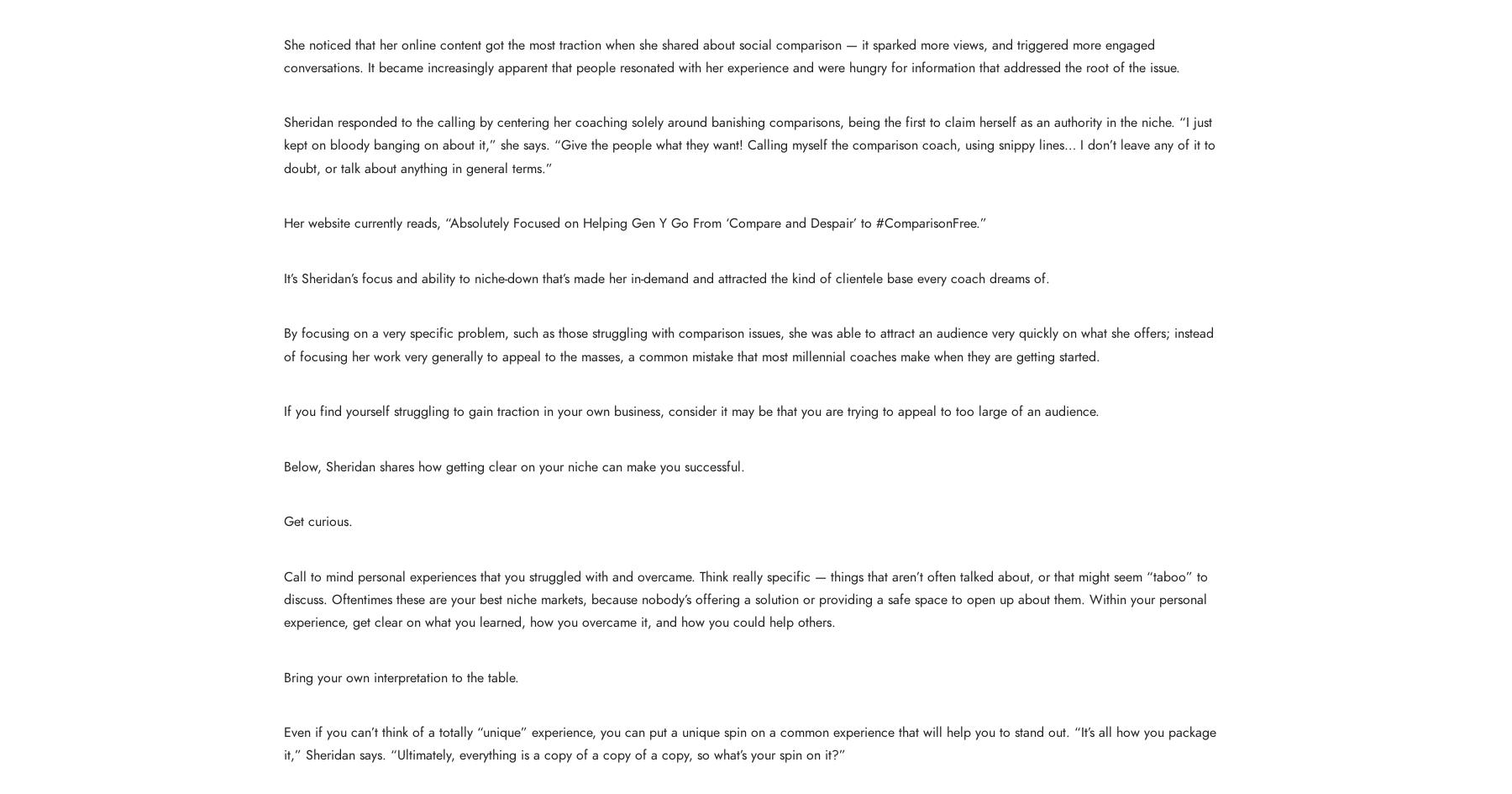 The width and height of the screenshot is (1512, 794). Describe the element at coordinates (281, 55) in the screenshot. I see `'She noticed that her online content got the most traction when she shared about social comparison — it sparked more views, and triggered more engaged conversations. It became increasingly apparent that people resonated with her experience and were hungry for information that addressed the root of the issue.'` at that location.